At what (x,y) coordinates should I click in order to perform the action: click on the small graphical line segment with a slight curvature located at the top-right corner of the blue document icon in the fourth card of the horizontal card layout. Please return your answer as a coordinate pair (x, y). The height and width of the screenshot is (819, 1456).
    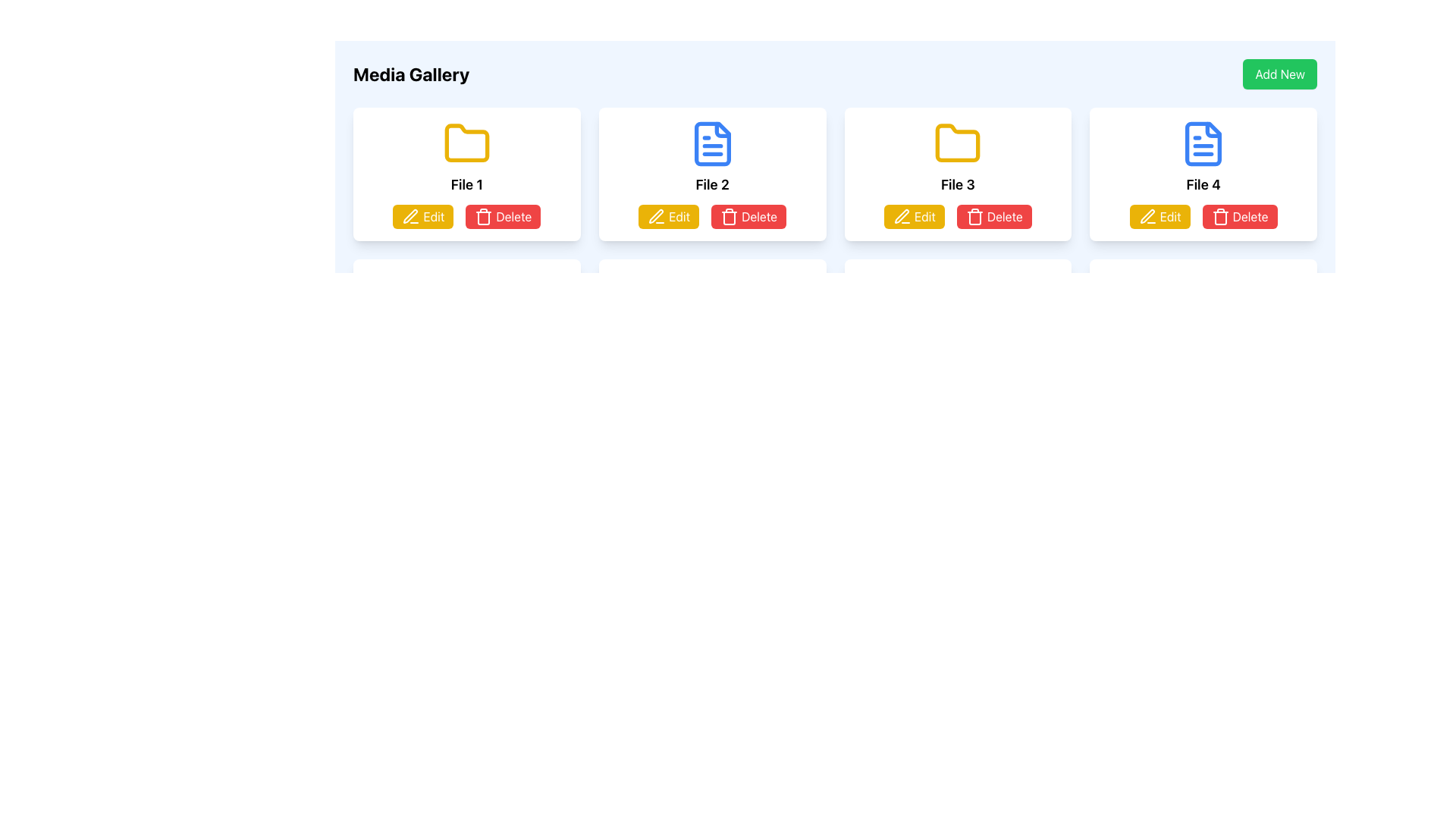
    Looking at the image, I should click on (1213, 129).